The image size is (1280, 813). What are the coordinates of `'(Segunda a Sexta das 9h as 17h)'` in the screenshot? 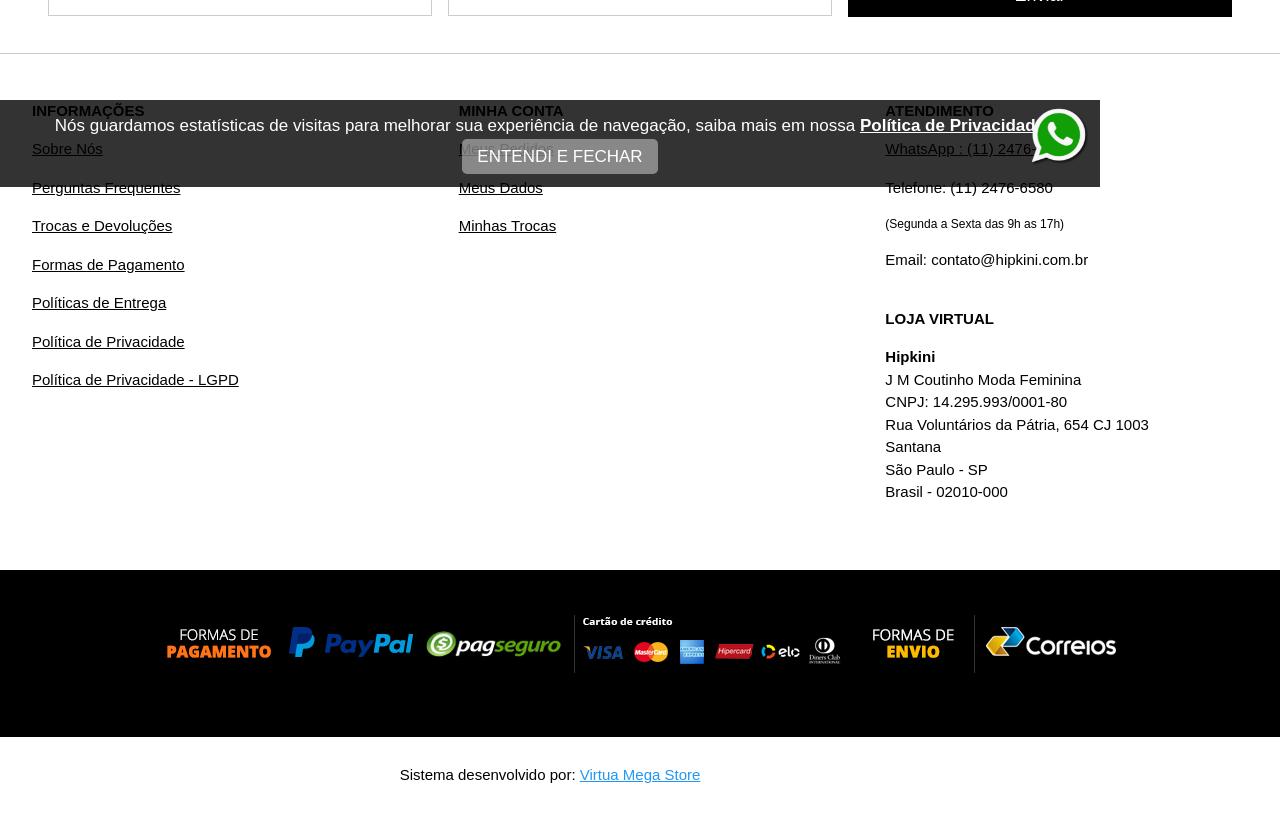 It's located at (974, 222).